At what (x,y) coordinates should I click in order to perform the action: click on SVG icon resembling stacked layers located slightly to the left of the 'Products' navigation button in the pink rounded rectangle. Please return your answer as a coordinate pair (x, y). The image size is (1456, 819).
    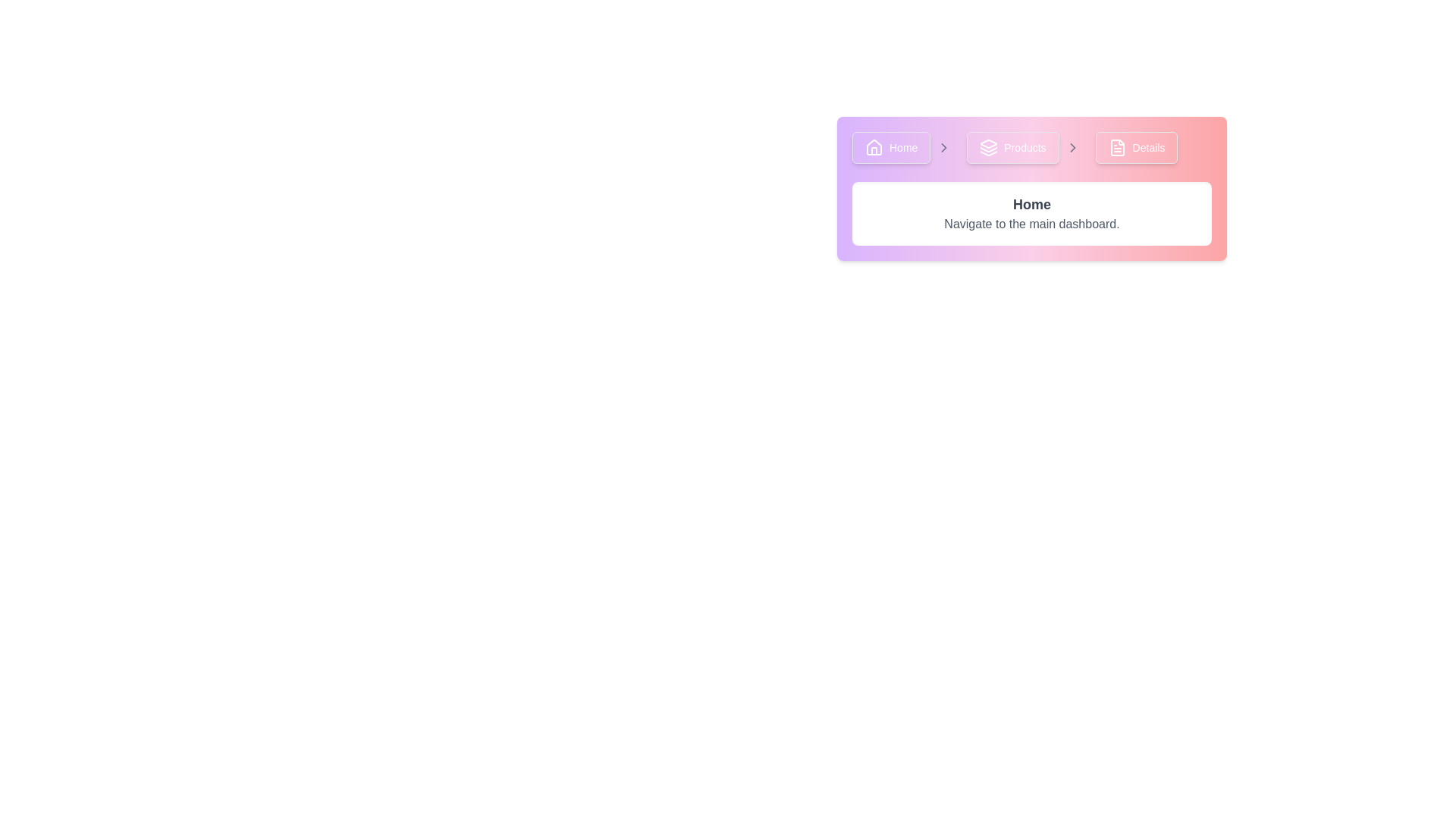
    Looking at the image, I should click on (989, 148).